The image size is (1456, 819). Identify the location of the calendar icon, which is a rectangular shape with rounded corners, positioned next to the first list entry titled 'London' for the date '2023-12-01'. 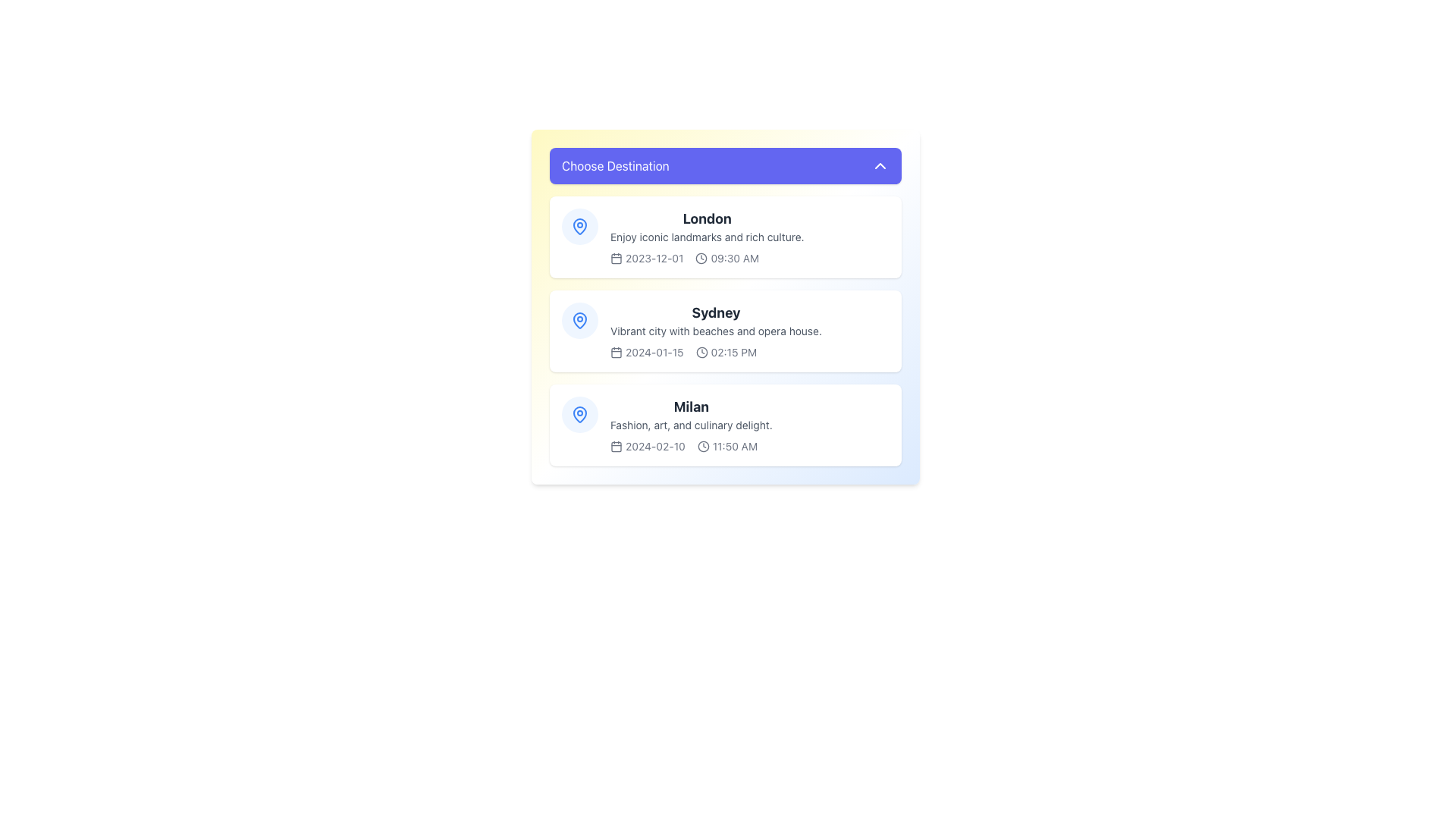
(616, 257).